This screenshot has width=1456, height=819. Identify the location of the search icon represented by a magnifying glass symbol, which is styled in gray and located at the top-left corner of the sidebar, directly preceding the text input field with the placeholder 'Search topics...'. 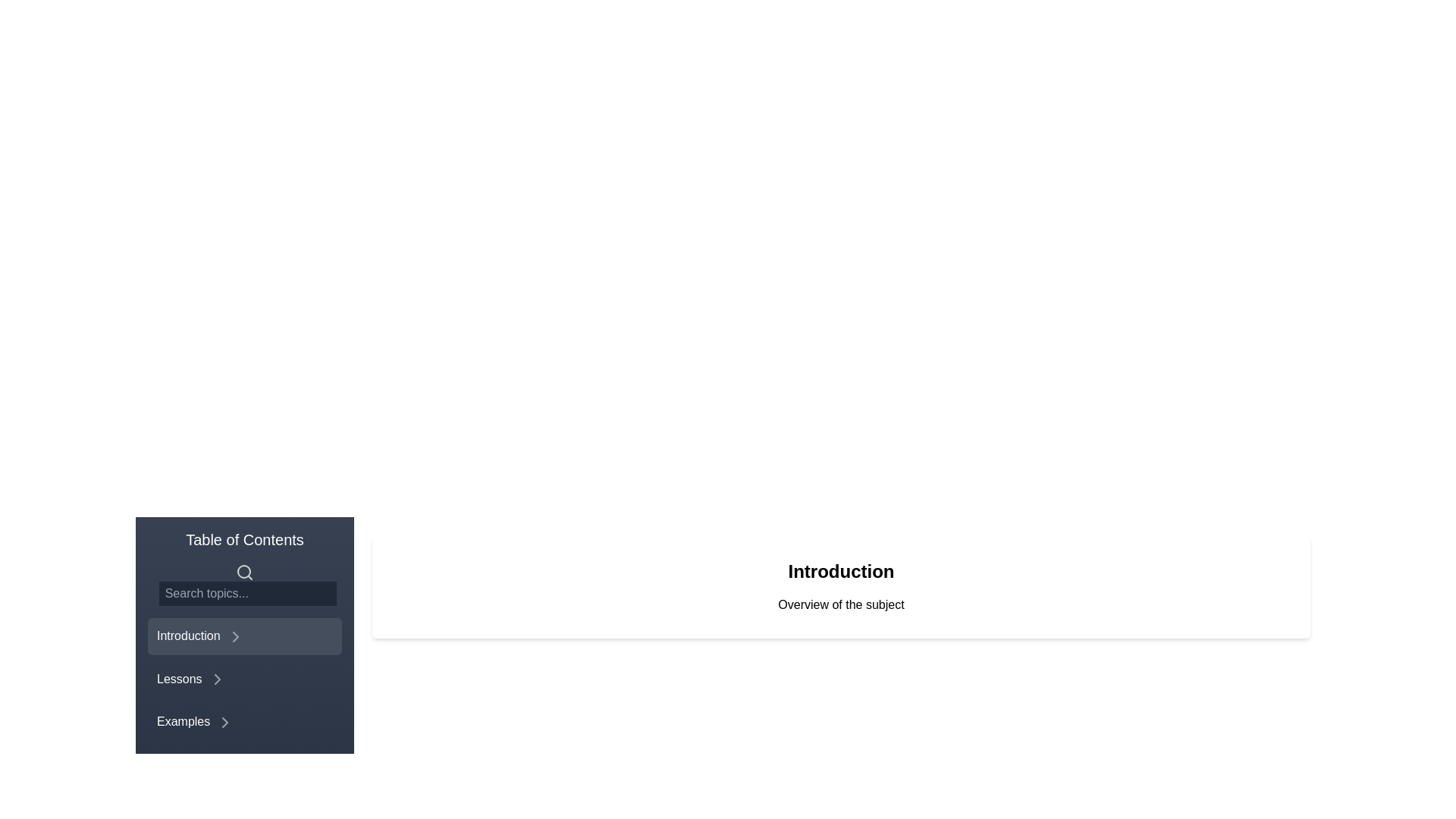
(244, 571).